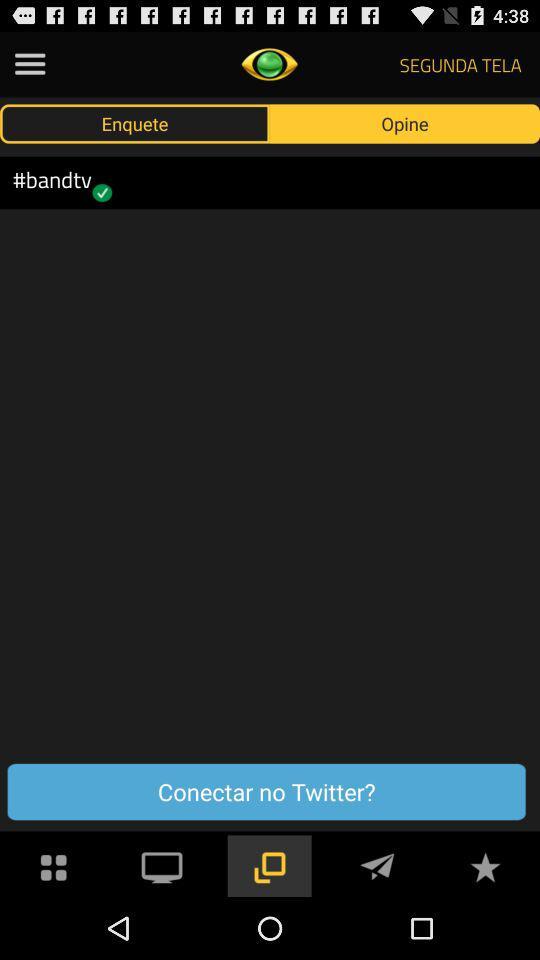 The image size is (540, 960). What do you see at coordinates (29, 64) in the screenshot?
I see `the icon above enquete icon` at bounding box center [29, 64].